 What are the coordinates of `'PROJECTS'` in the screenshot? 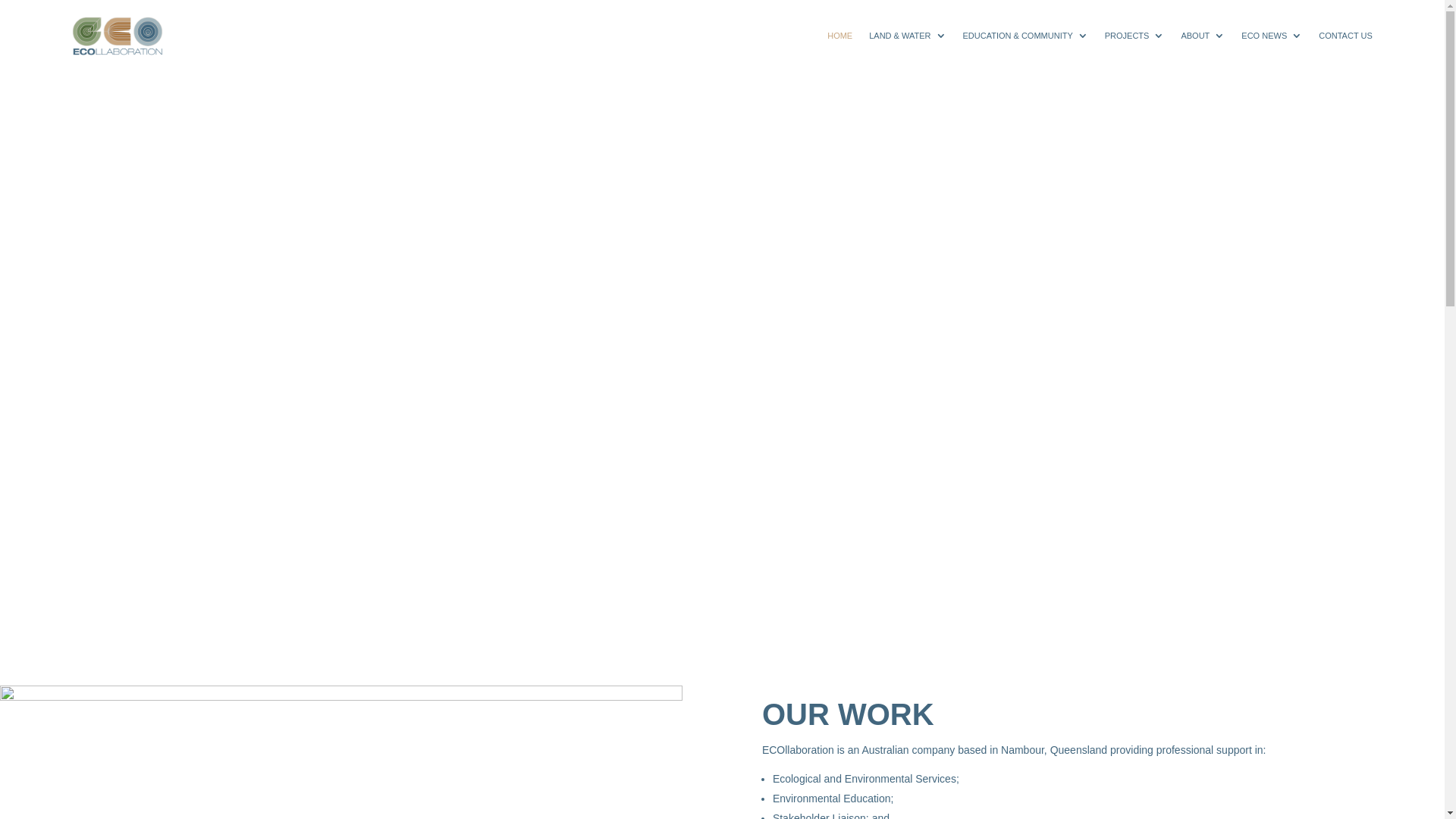 It's located at (1105, 35).